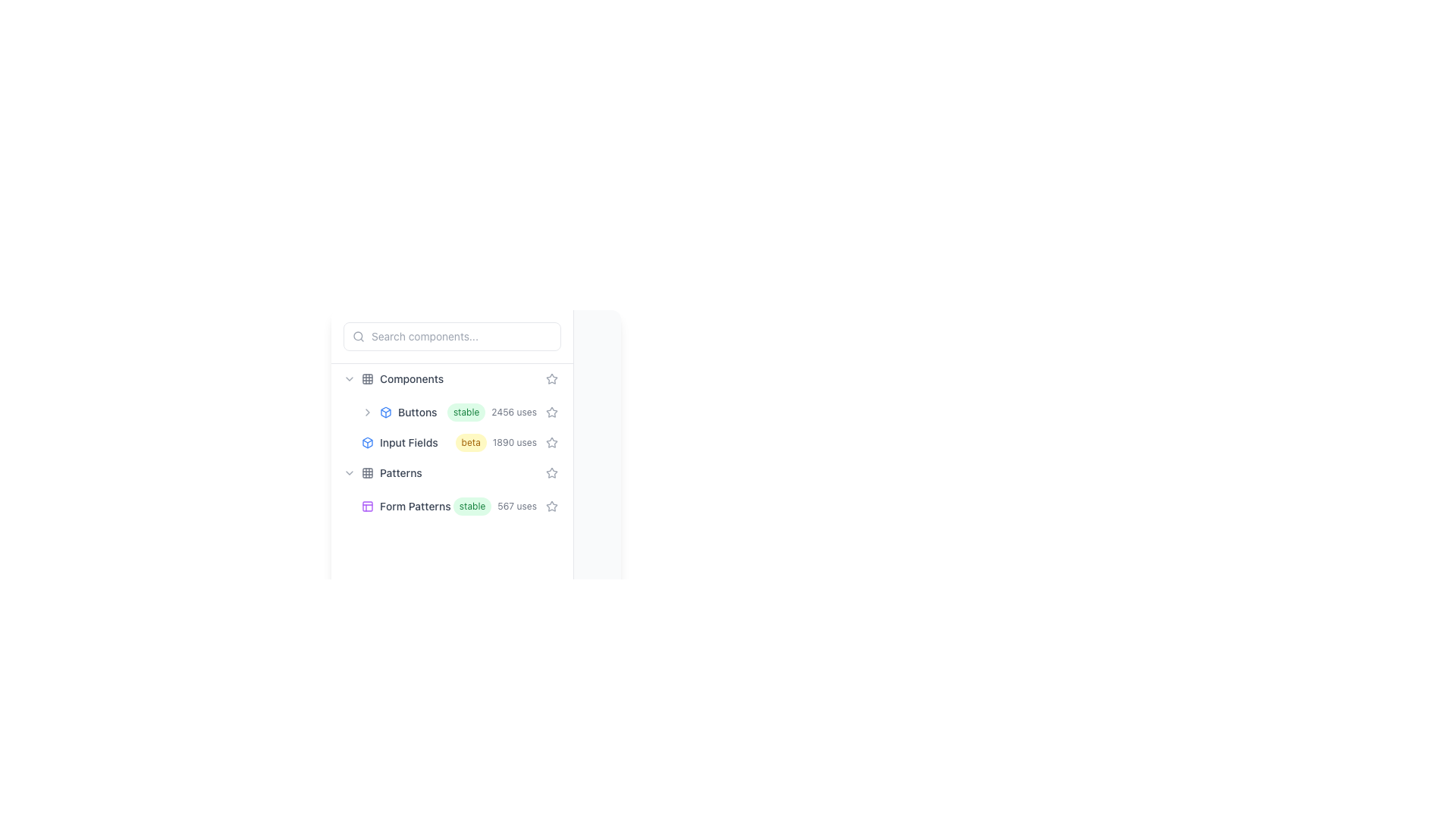 This screenshot has height=819, width=1456. Describe the element at coordinates (466, 412) in the screenshot. I see `the small badge with rounded corners and a green background that contains the text 'stable', located adjacent to the text 'Buttons' and preceding '2456 uses'` at that location.